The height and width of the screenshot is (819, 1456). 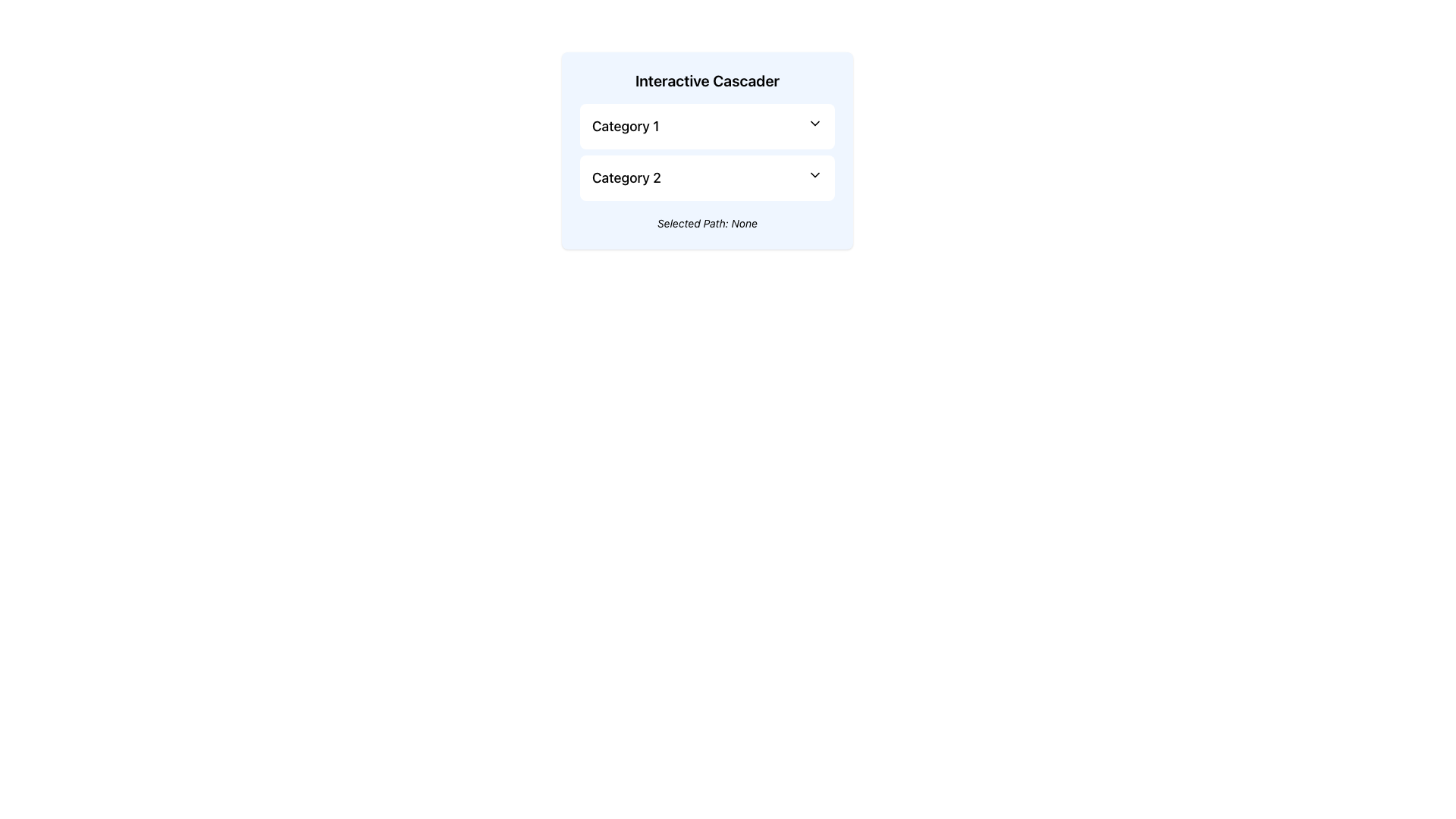 What do you see at coordinates (706, 177) in the screenshot?
I see `the Clickable List Item representing 'Category 2' in the dropdown menu` at bounding box center [706, 177].